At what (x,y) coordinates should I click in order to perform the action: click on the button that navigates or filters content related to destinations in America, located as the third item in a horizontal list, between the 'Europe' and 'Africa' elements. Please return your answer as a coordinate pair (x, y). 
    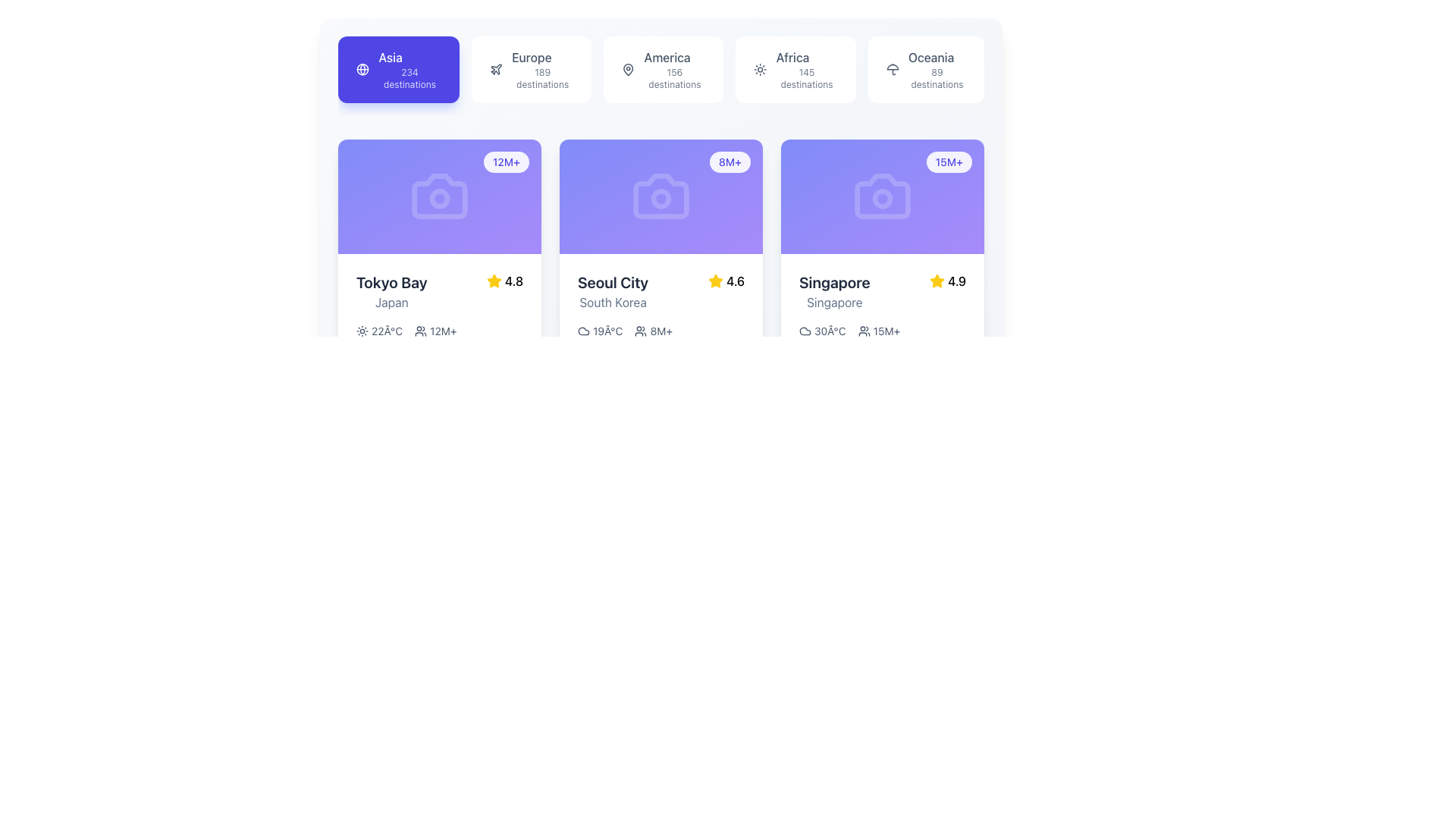
    Looking at the image, I should click on (664, 70).